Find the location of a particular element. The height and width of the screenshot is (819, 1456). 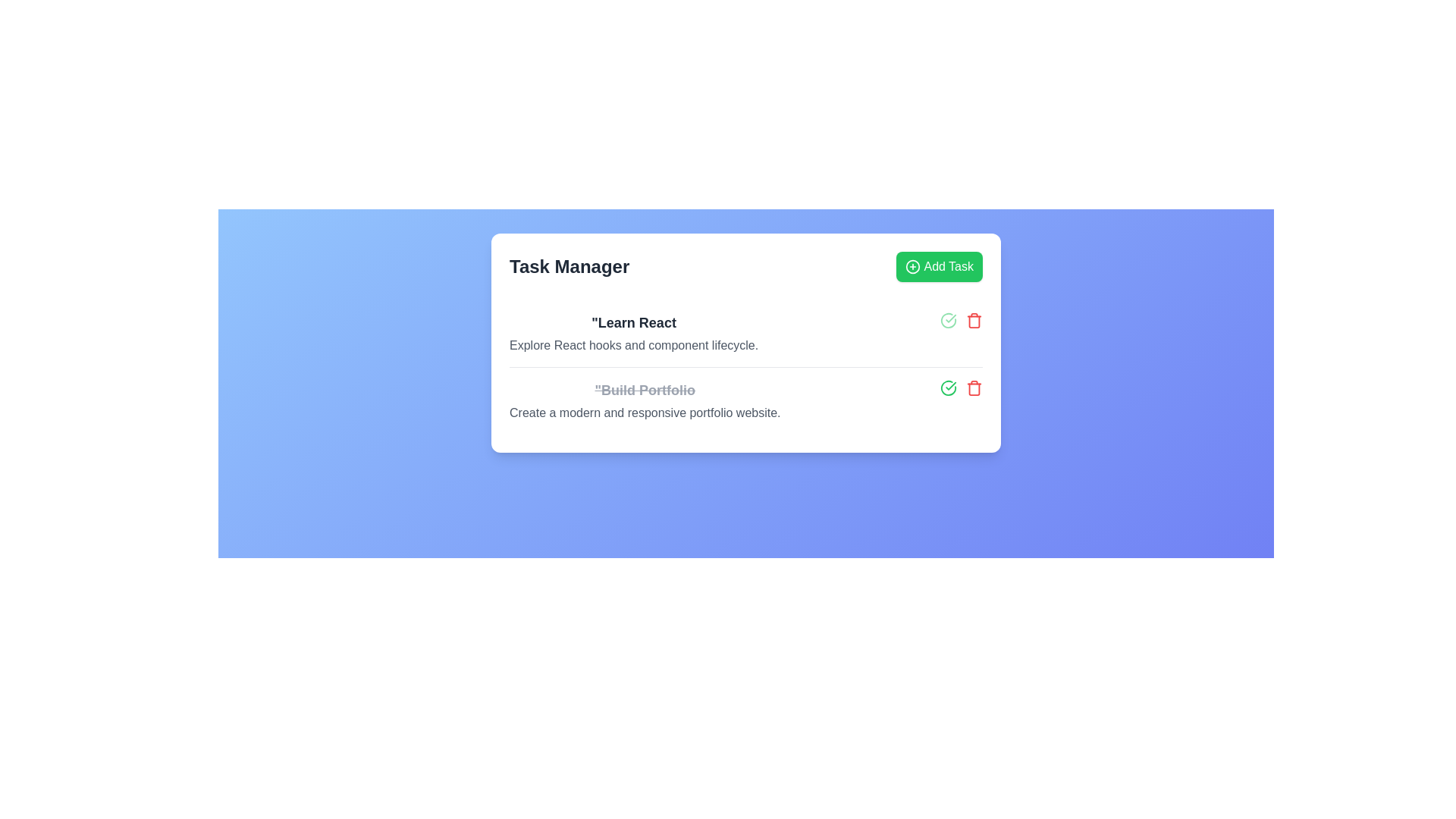

the icon button located to the right of the text 'Build Portfolio' is located at coordinates (948, 388).